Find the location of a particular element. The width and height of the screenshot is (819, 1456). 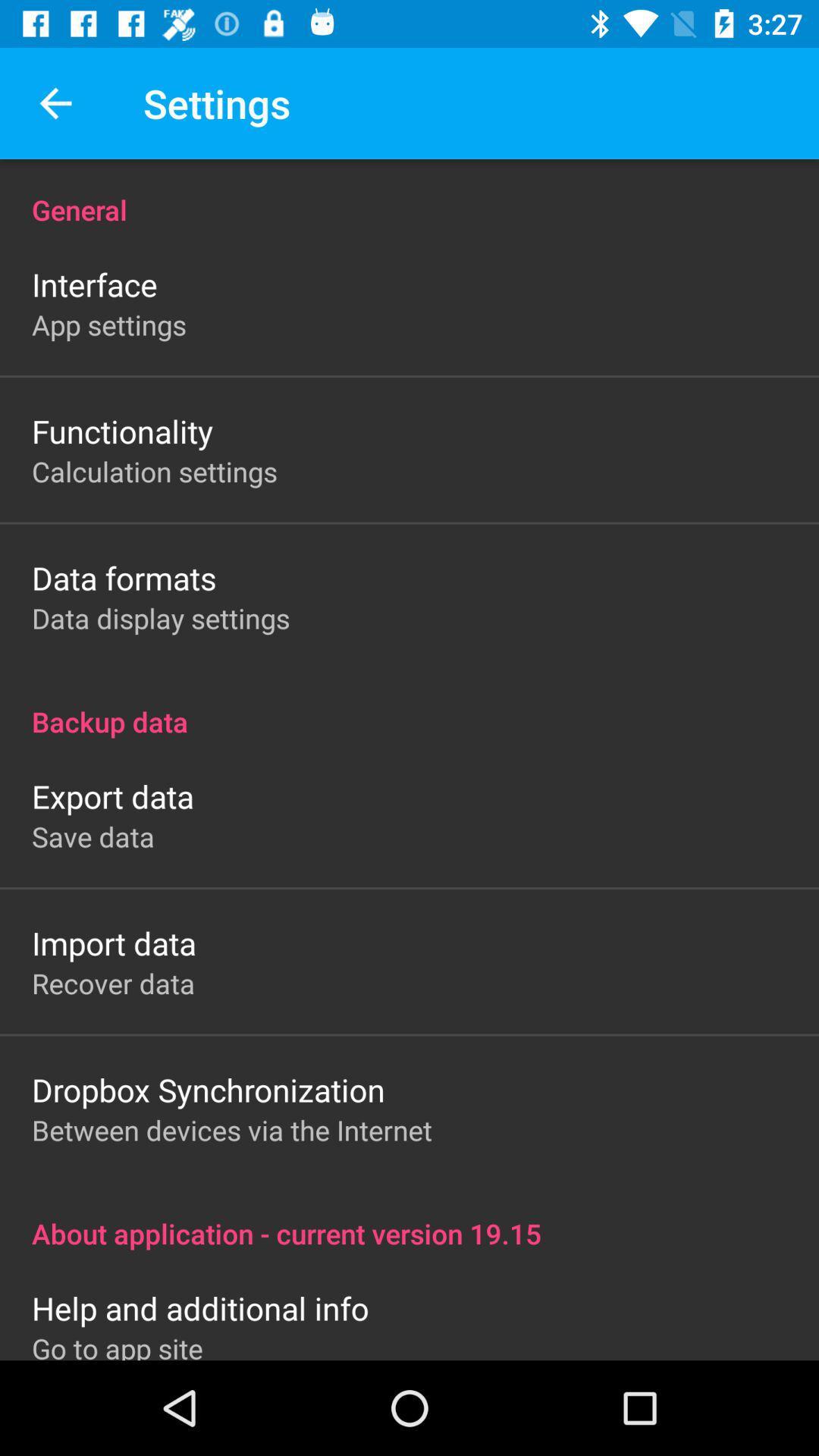

between devices via item is located at coordinates (231, 1130).